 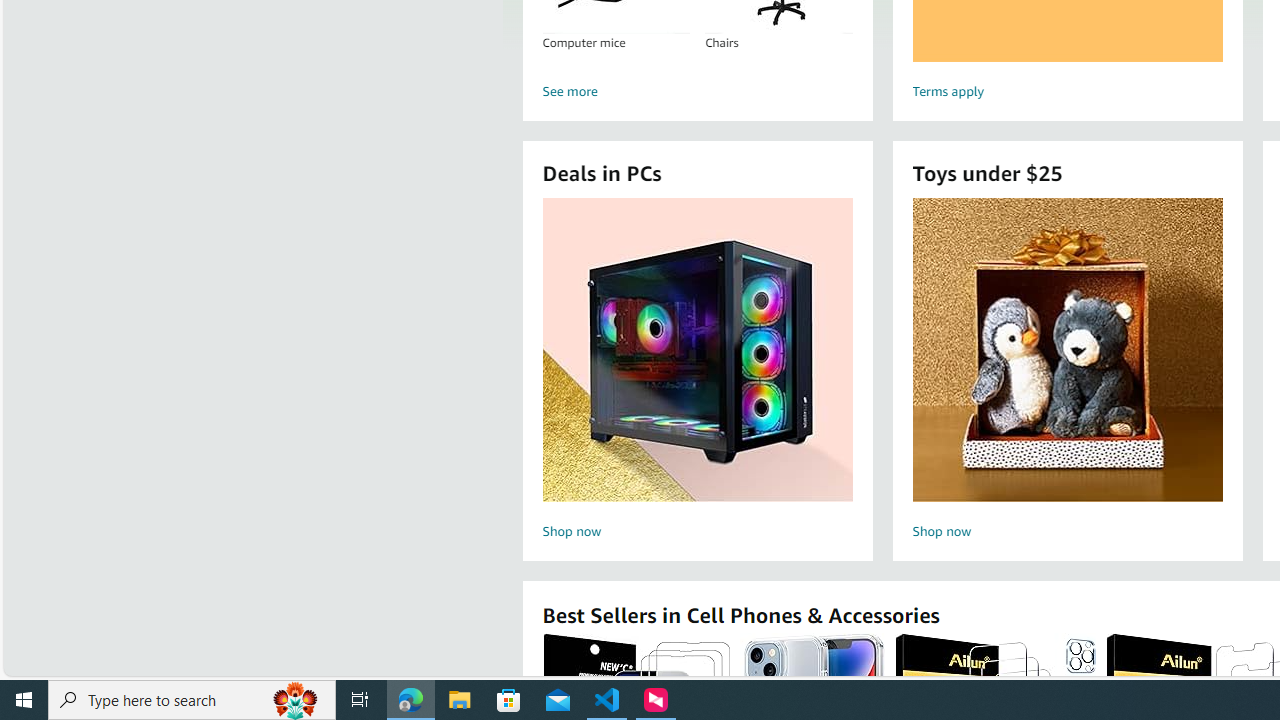 What do you see at coordinates (697, 348) in the screenshot?
I see `'Deals in PCs'` at bounding box center [697, 348].